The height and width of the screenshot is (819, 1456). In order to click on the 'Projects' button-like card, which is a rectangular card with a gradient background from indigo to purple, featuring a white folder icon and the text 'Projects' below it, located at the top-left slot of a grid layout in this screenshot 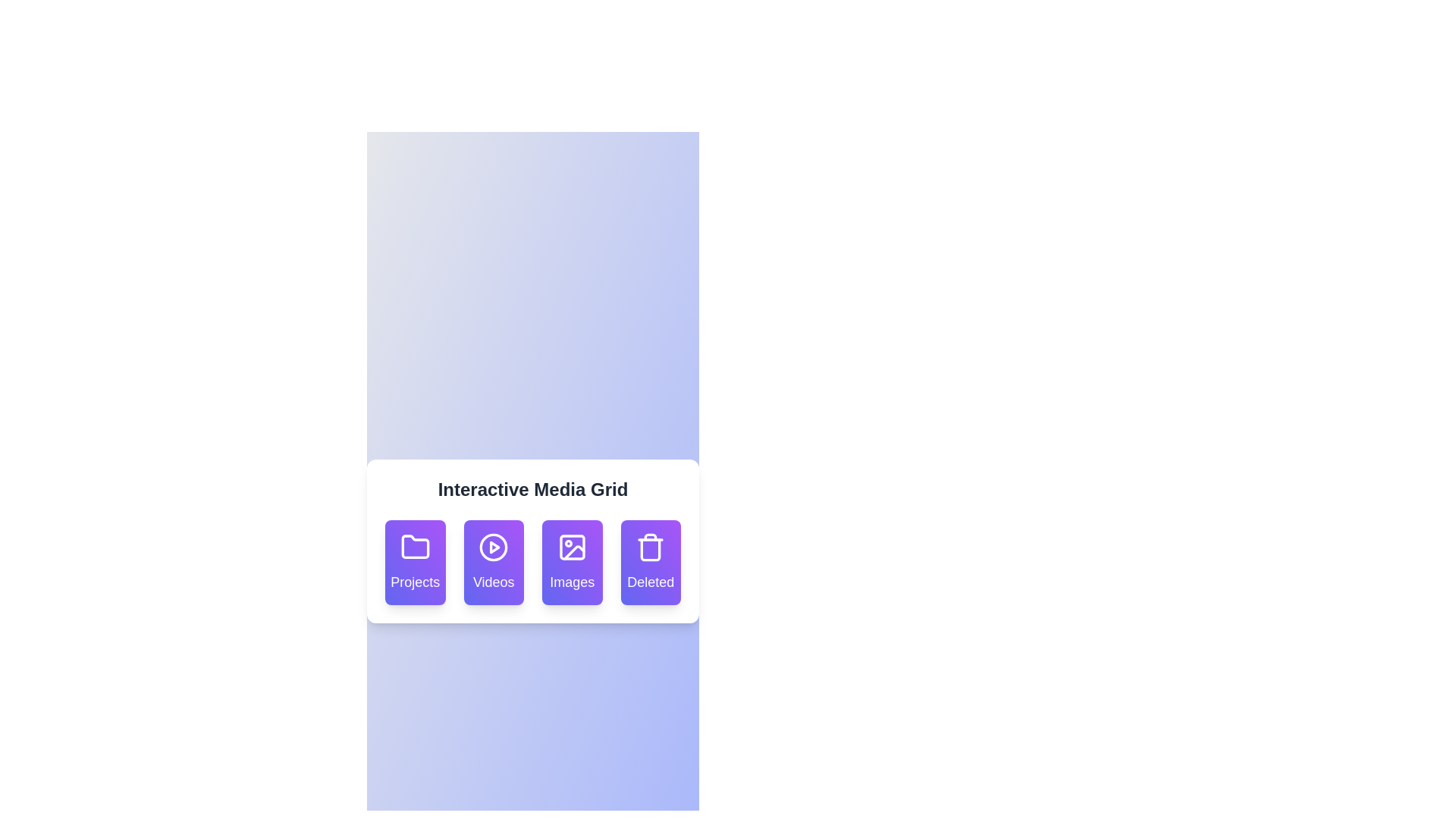, I will do `click(415, 562)`.